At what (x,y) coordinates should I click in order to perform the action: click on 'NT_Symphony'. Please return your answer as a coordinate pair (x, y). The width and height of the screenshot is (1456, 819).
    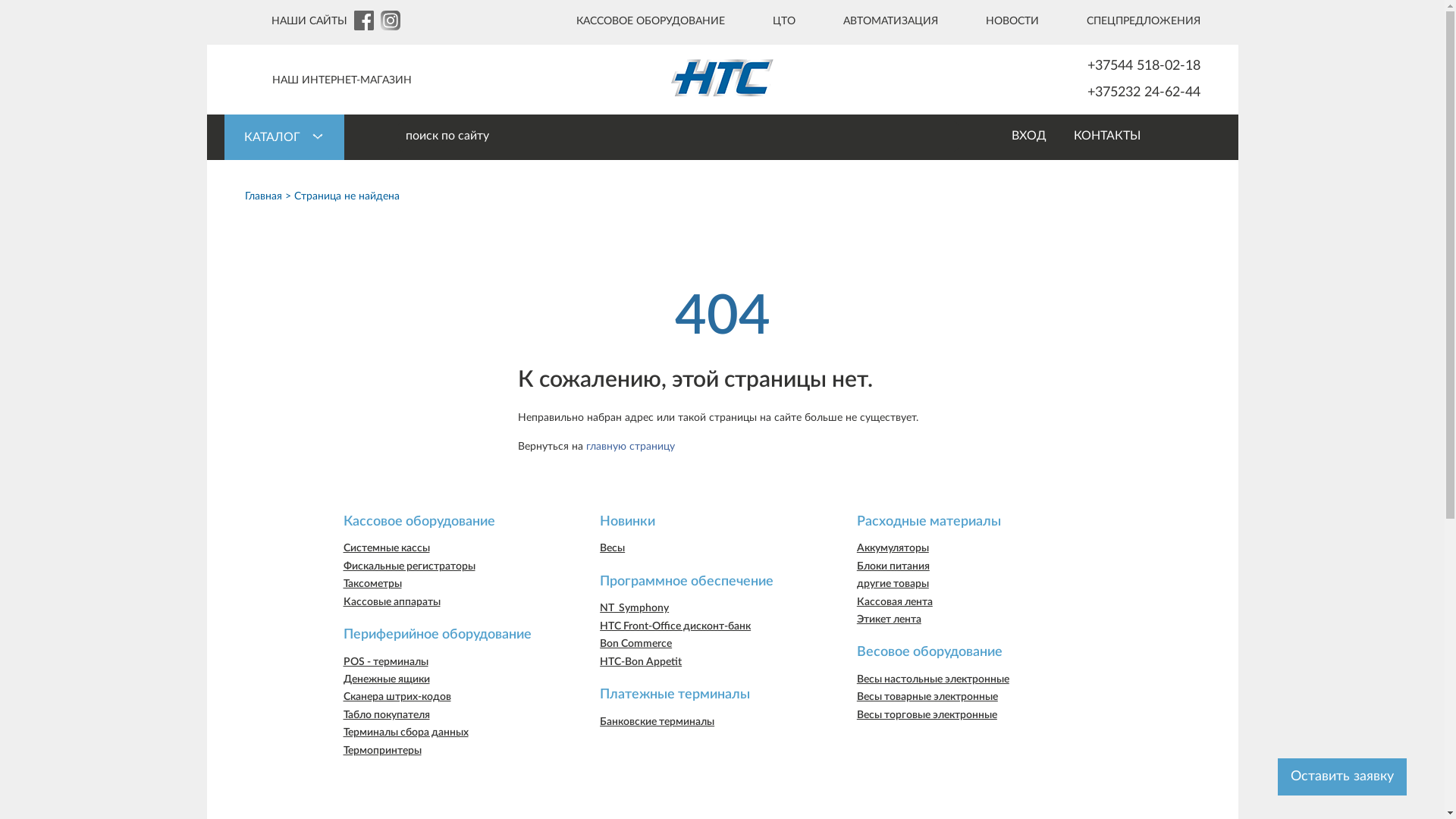
    Looking at the image, I should click on (634, 607).